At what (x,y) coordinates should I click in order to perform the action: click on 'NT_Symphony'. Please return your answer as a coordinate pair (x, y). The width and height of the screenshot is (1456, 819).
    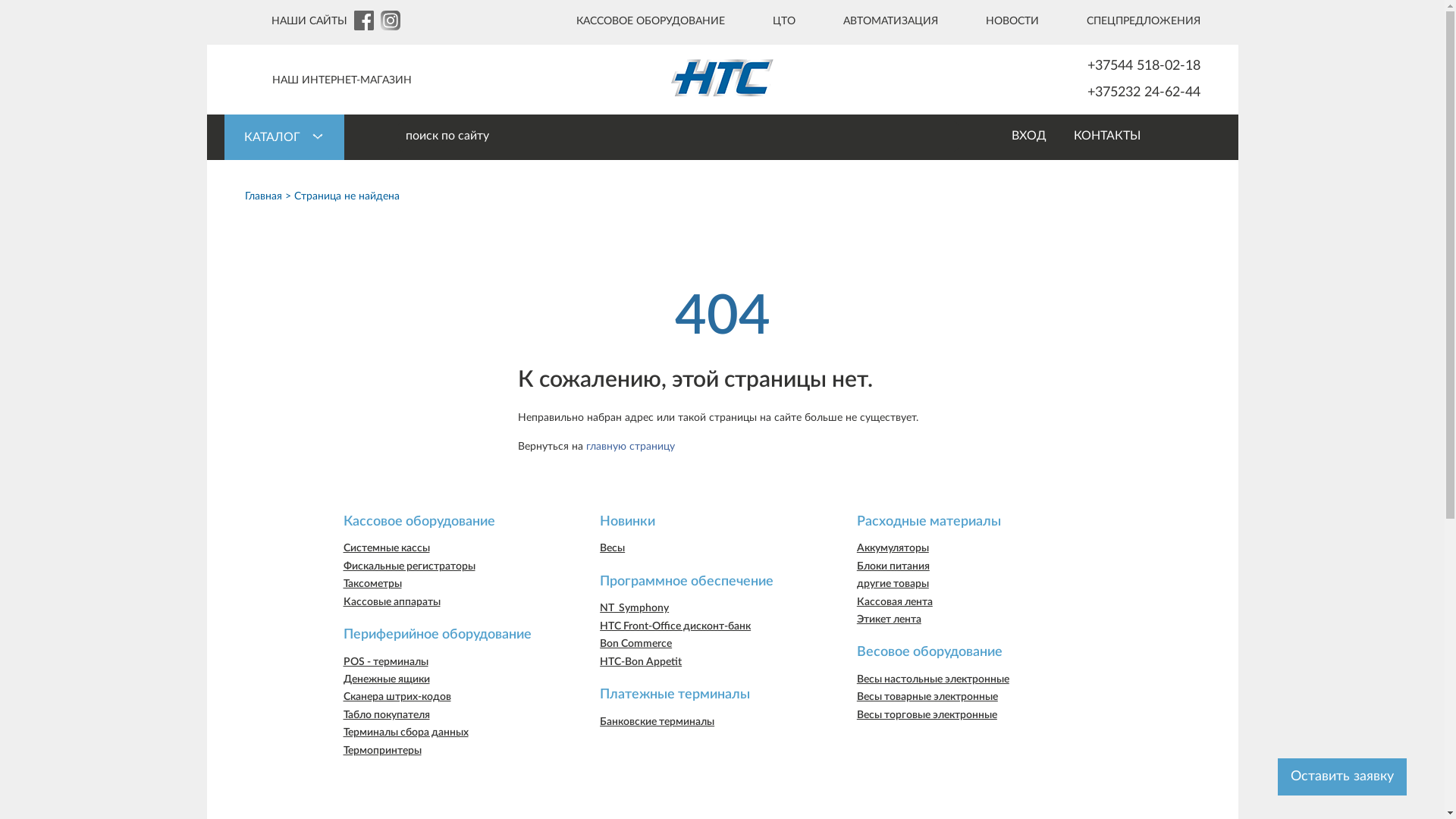
    Looking at the image, I should click on (634, 607).